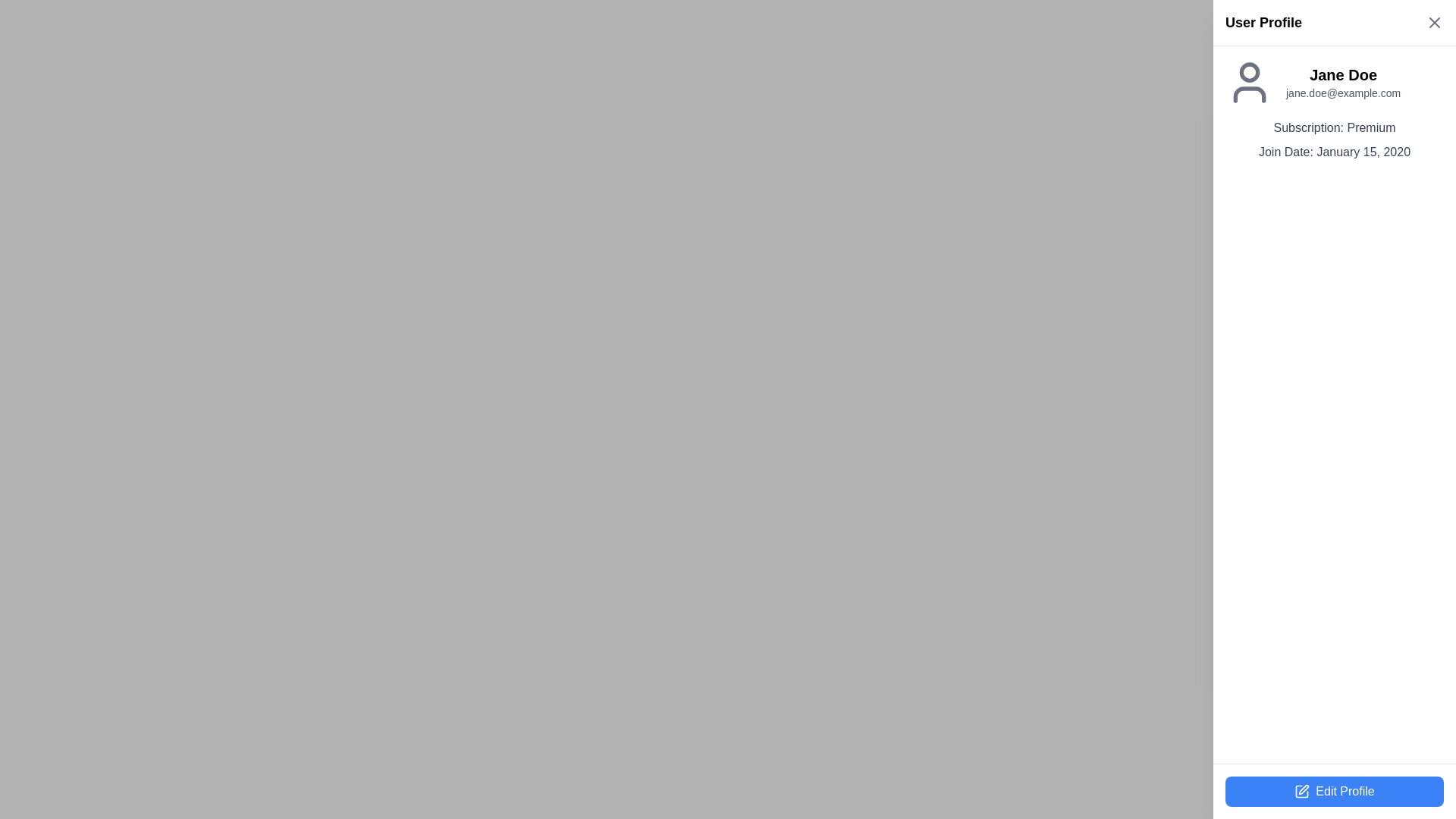 The width and height of the screenshot is (1456, 819). Describe the element at coordinates (1249, 72) in the screenshot. I see `the SVG Circle element that forms part of the user profile icon, positioned above the username 'Jane Doe' in the user profile panel` at that location.